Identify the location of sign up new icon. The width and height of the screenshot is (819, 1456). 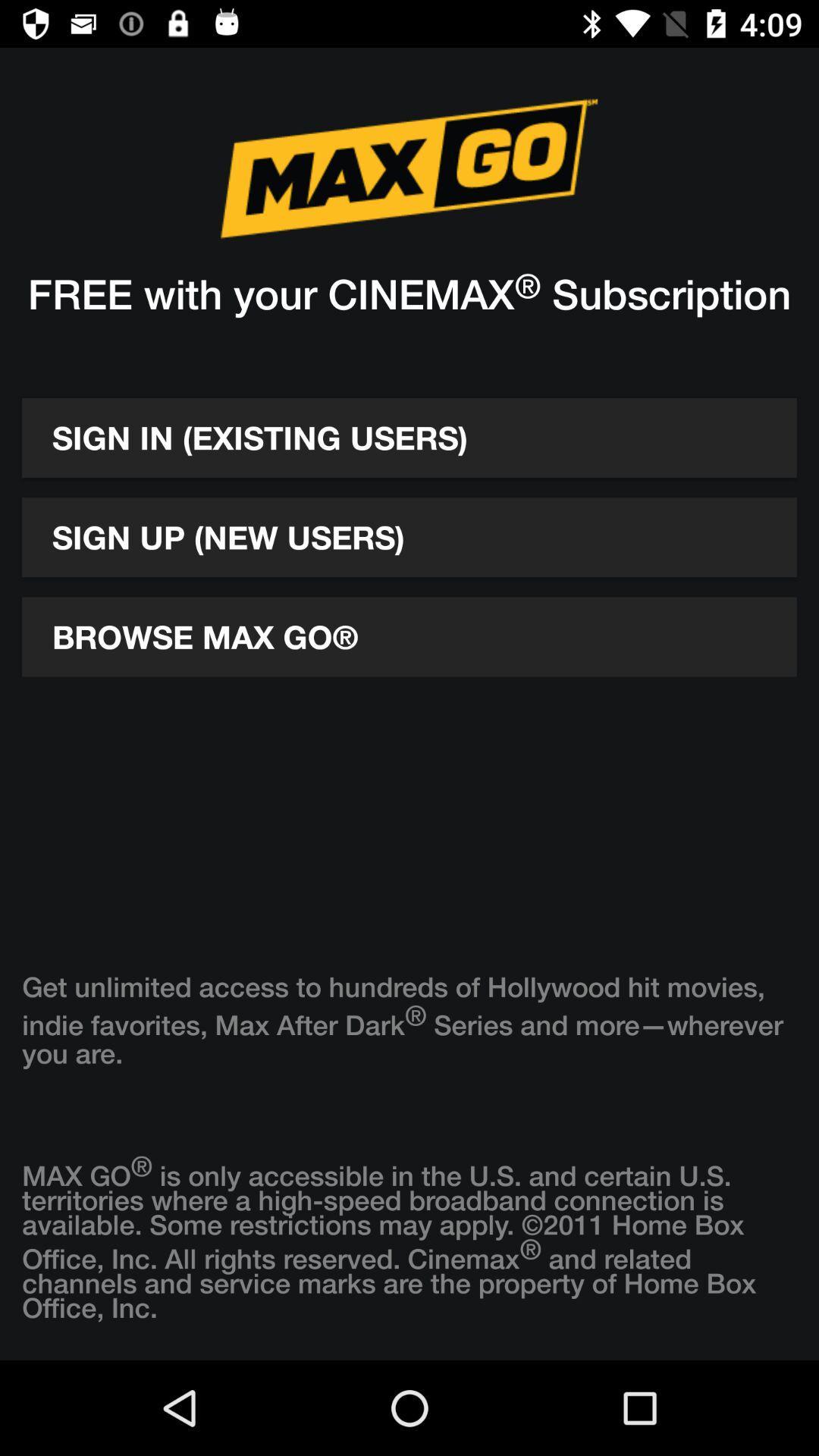
(409, 537).